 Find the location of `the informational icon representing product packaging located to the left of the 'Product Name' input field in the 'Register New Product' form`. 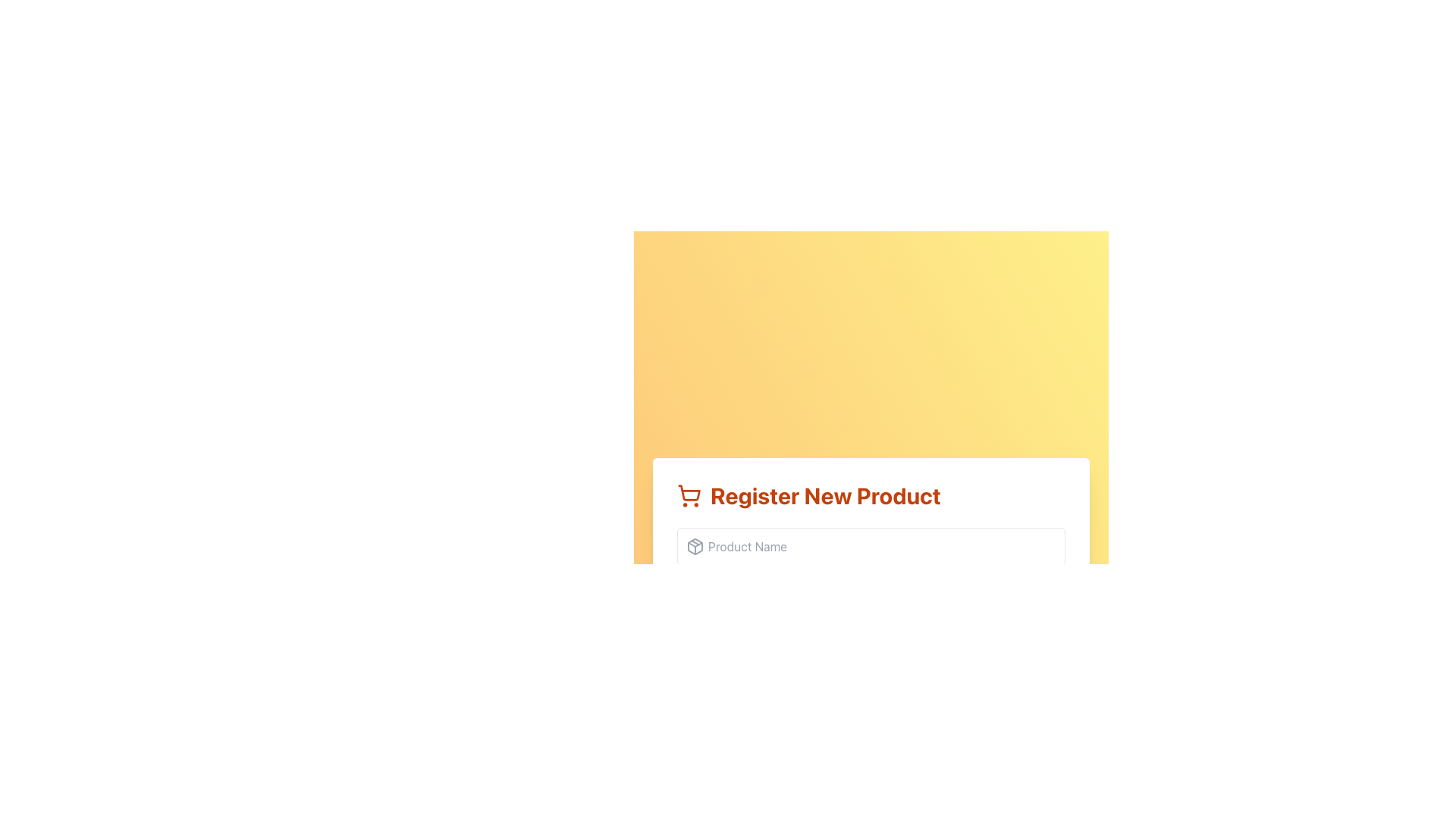

the informational icon representing product packaging located to the left of the 'Product Name' input field in the 'Register New Product' form is located at coordinates (694, 546).